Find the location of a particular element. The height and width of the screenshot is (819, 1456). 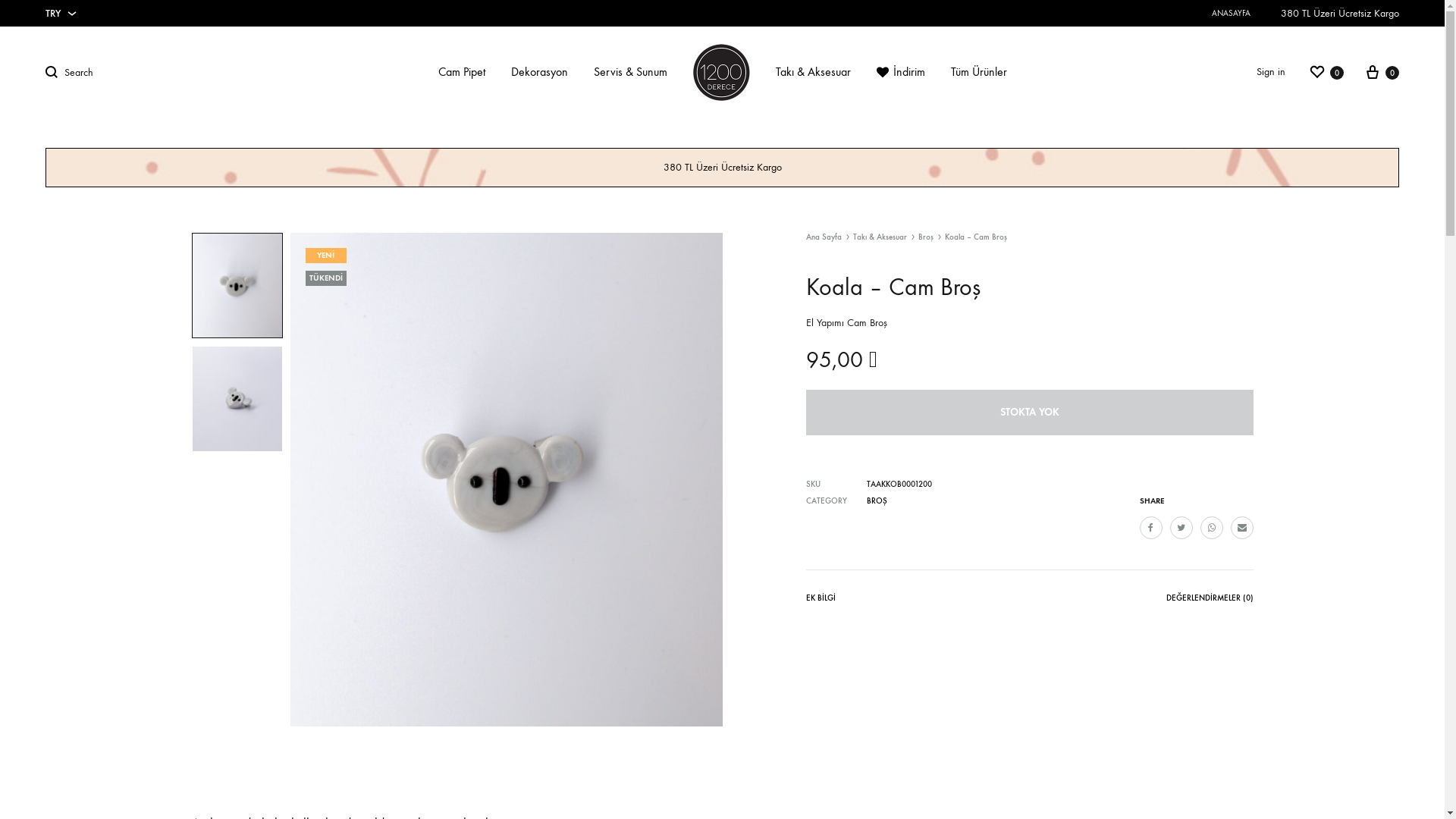

'EK BILGI' is located at coordinates (819, 600).